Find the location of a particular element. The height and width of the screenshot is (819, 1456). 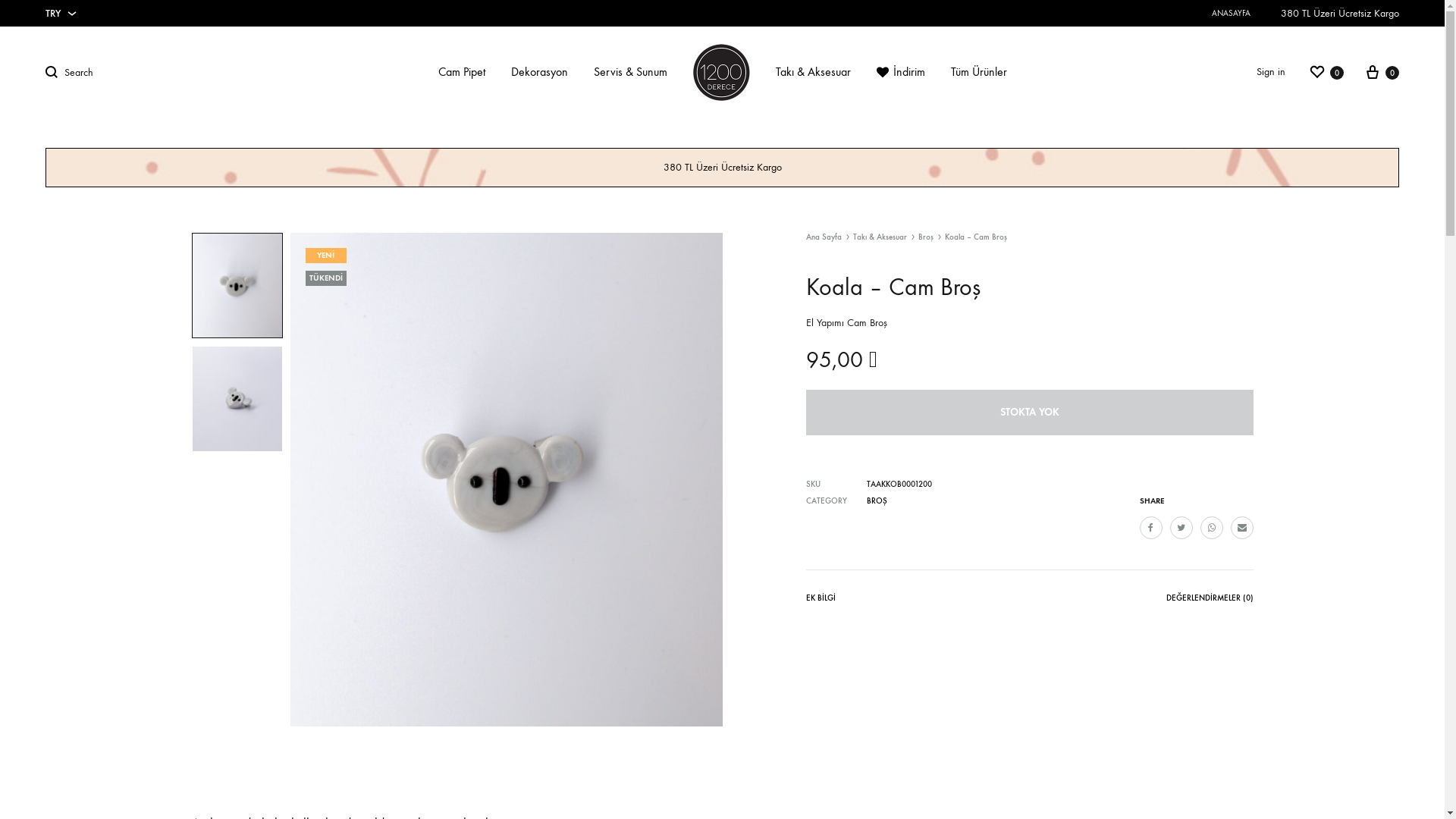

'EK BILGI' is located at coordinates (819, 600).